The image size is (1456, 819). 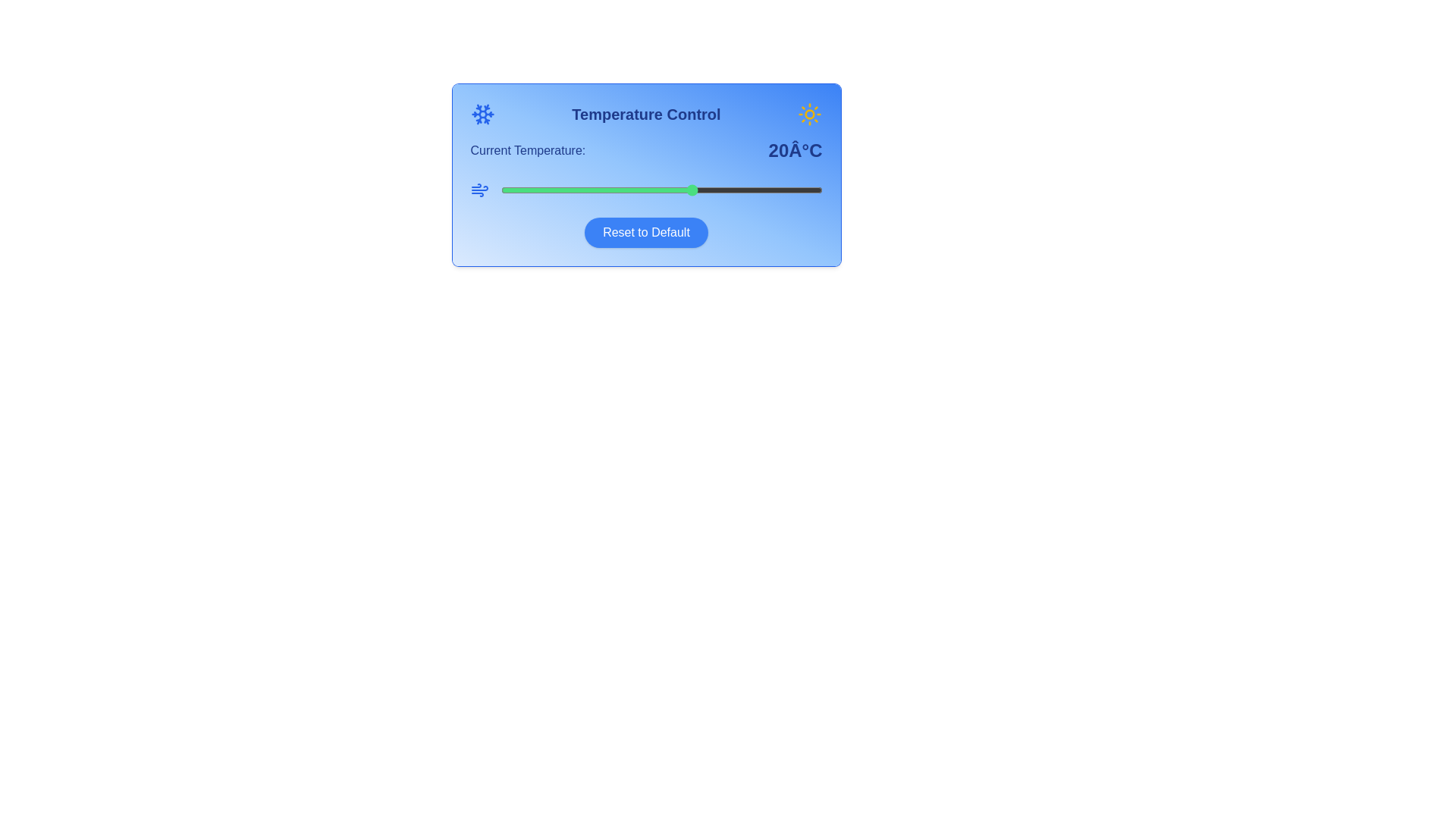 I want to click on the 'Reset to Default' button, which features a blue background and white text, to observe the hover effects, so click(x=646, y=233).